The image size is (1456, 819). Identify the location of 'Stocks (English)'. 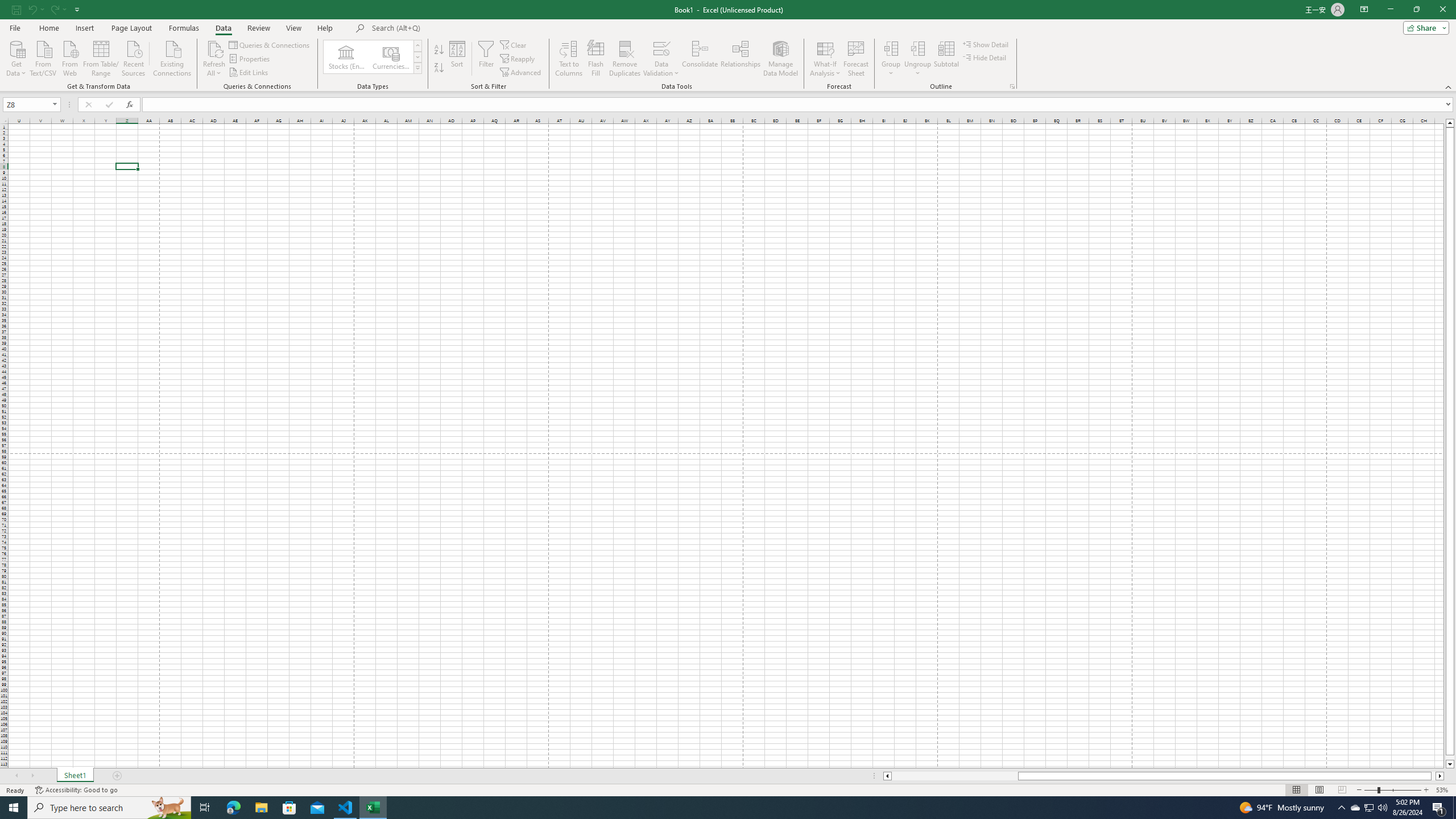
(346, 56).